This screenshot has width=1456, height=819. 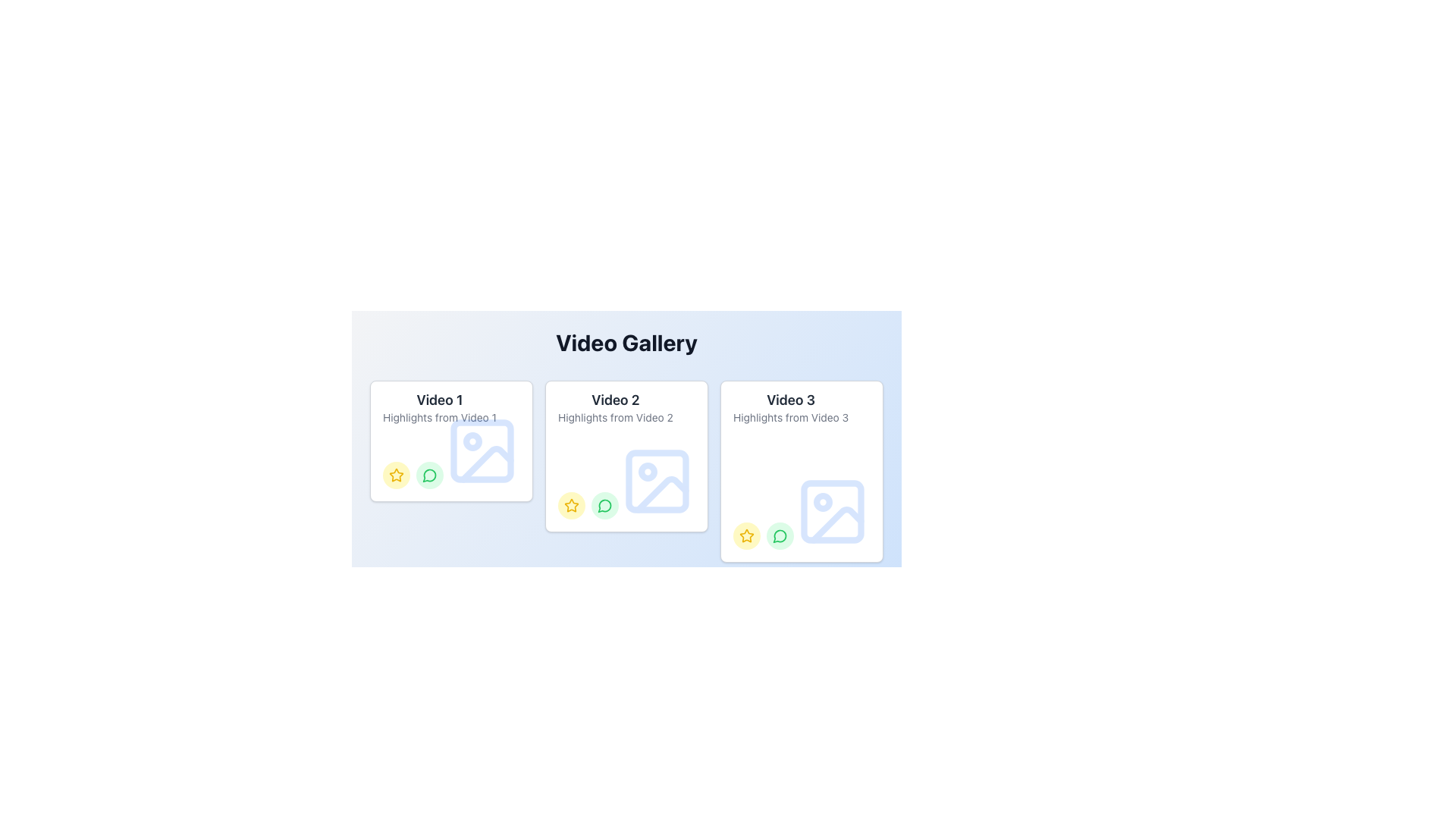 I want to click on the small text label reading 'Highlights from Video 3' located below the title 'Video 3' in the third video card of the 'Video Gallery' interface, so click(x=790, y=418).